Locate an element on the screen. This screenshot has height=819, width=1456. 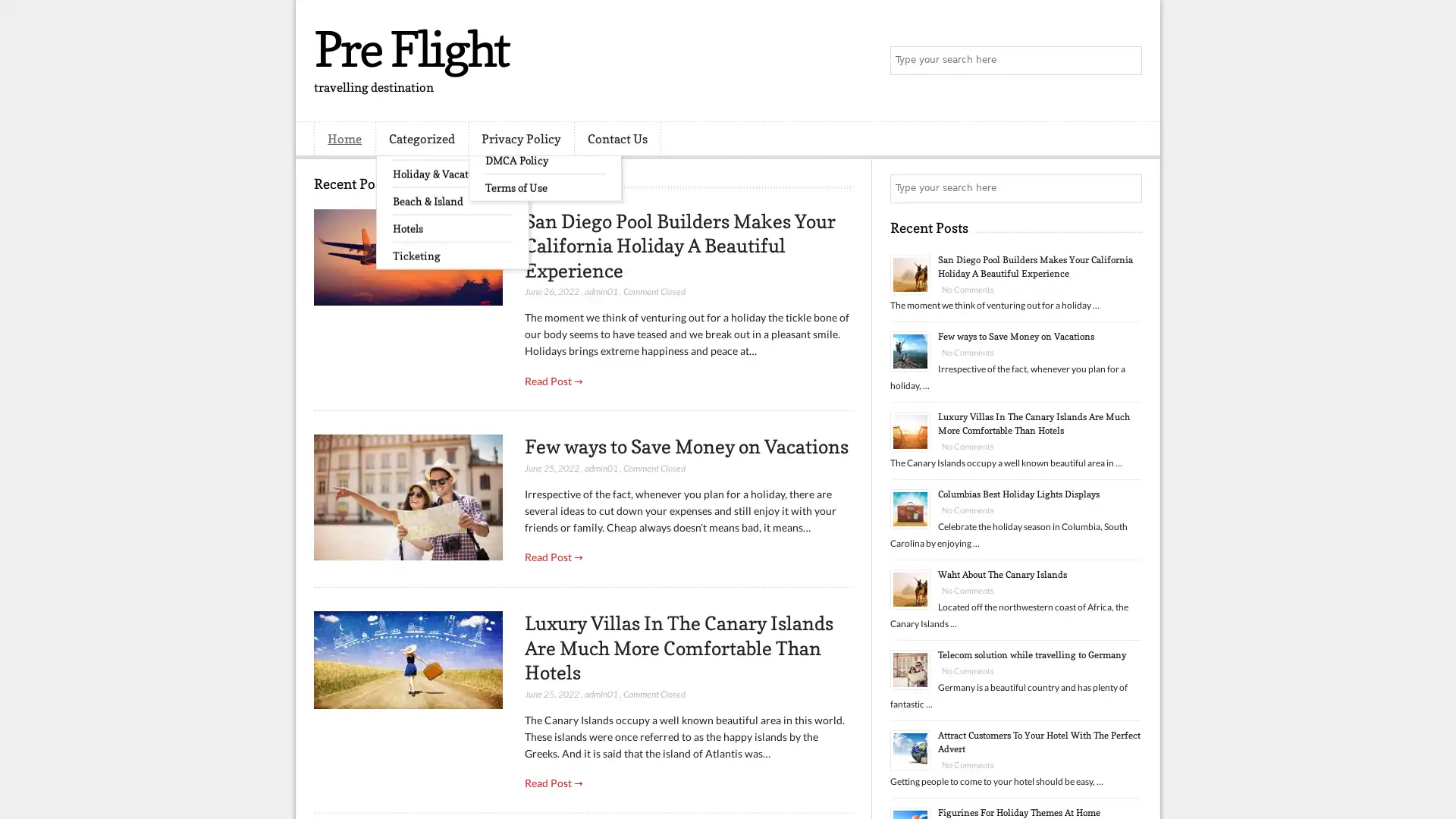
Search is located at coordinates (1126, 188).